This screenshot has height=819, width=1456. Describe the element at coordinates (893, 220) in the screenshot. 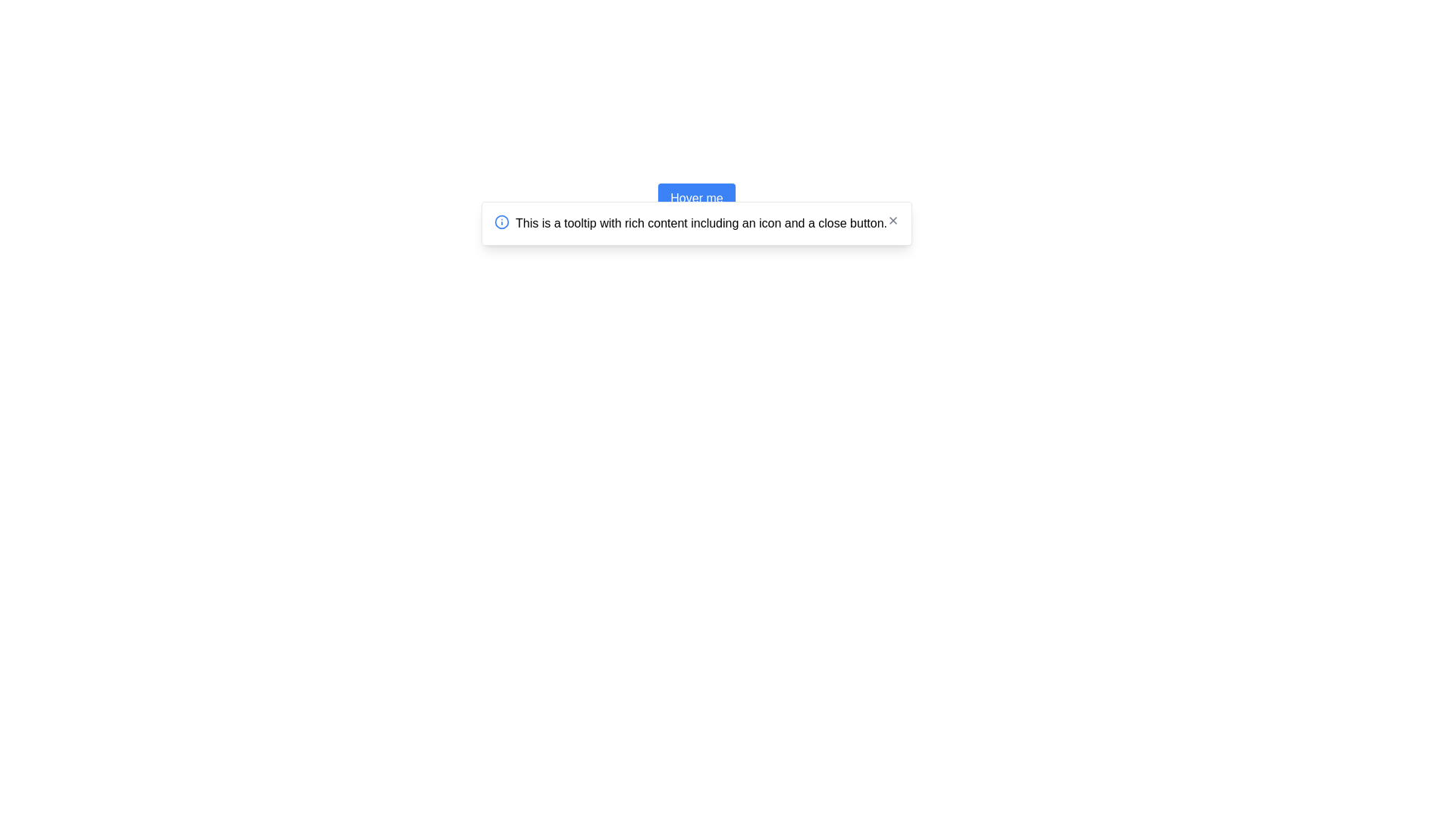

I see `the close button located at the top-right corner of the tooltip to activate hover effects, allowing users to dismiss the tooltip` at that location.